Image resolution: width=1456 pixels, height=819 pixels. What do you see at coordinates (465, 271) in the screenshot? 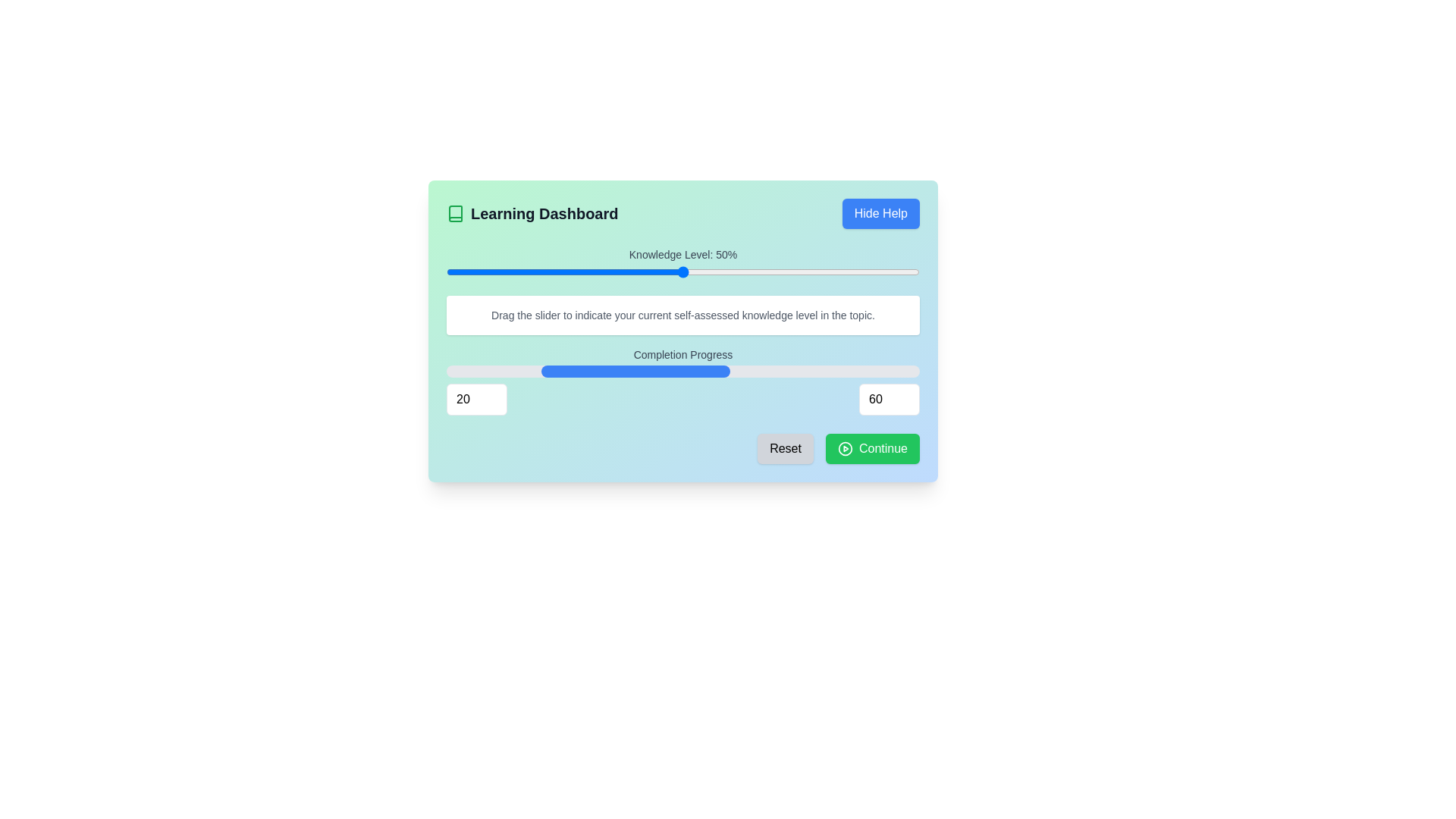
I see `the knowledge level` at bounding box center [465, 271].